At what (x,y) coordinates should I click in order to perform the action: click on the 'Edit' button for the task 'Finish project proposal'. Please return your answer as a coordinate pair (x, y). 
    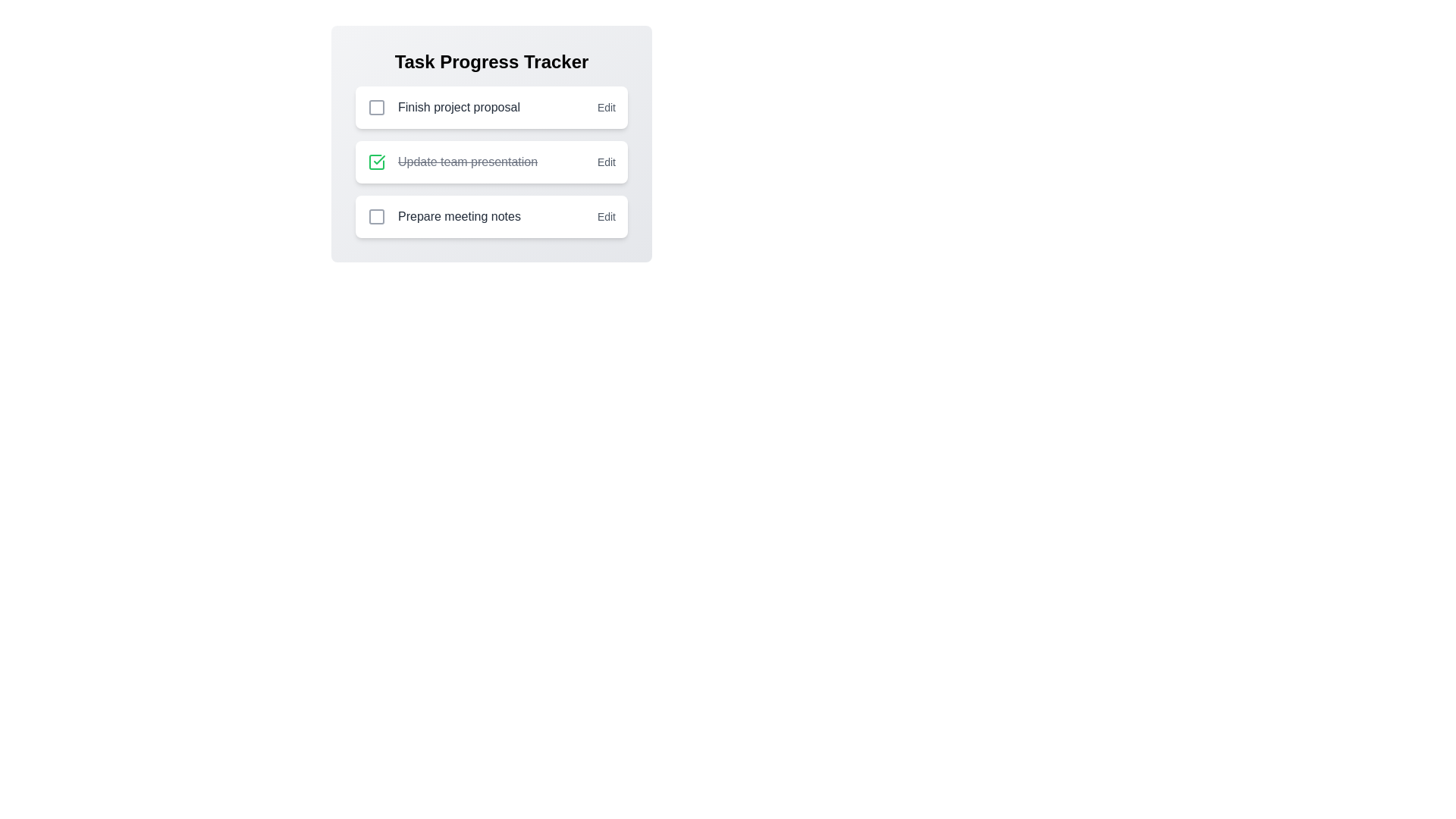
    Looking at the image, I should click on (605, 107).